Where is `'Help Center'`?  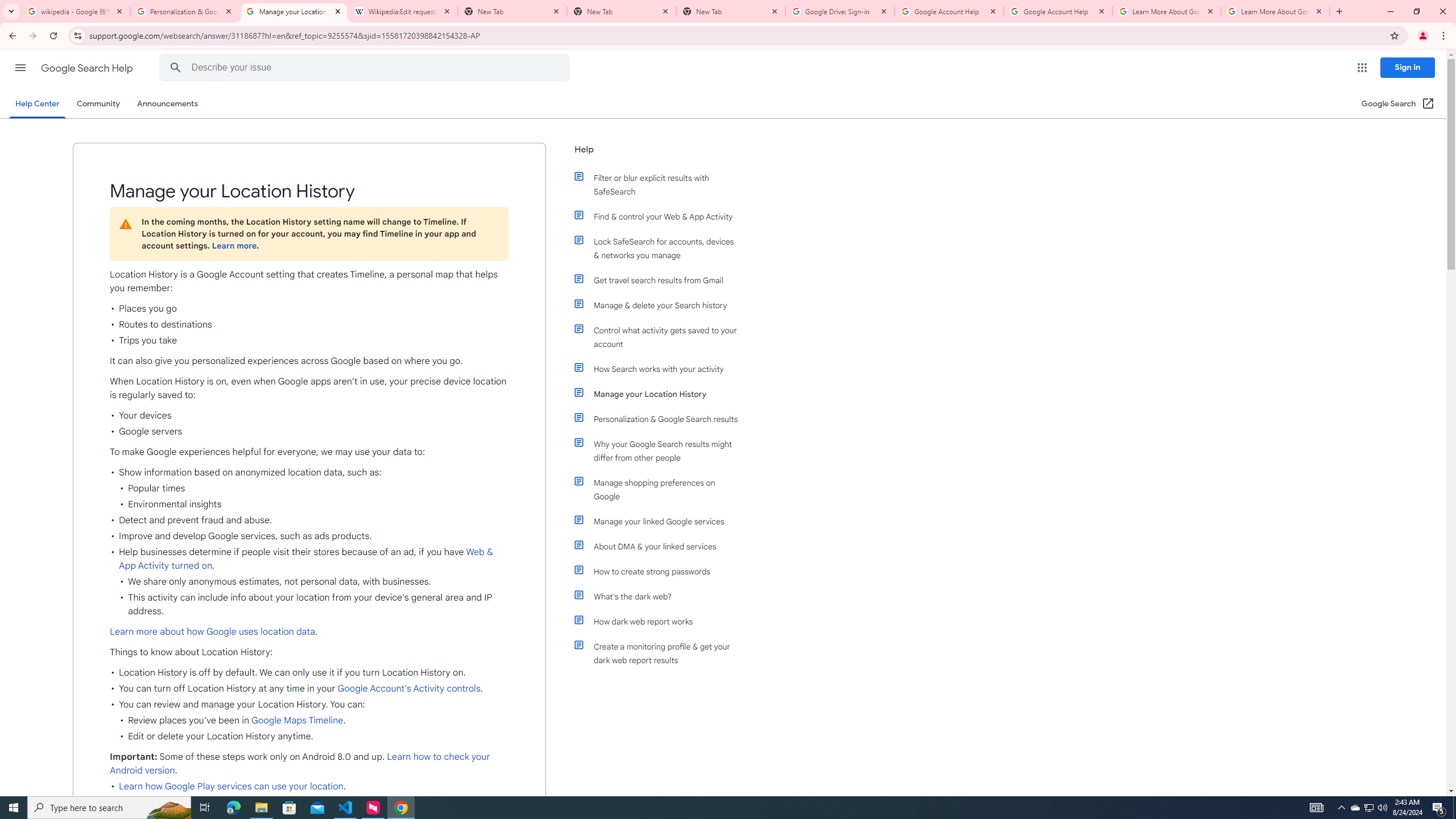 'Help Center' is located at coordinates (37, 103).